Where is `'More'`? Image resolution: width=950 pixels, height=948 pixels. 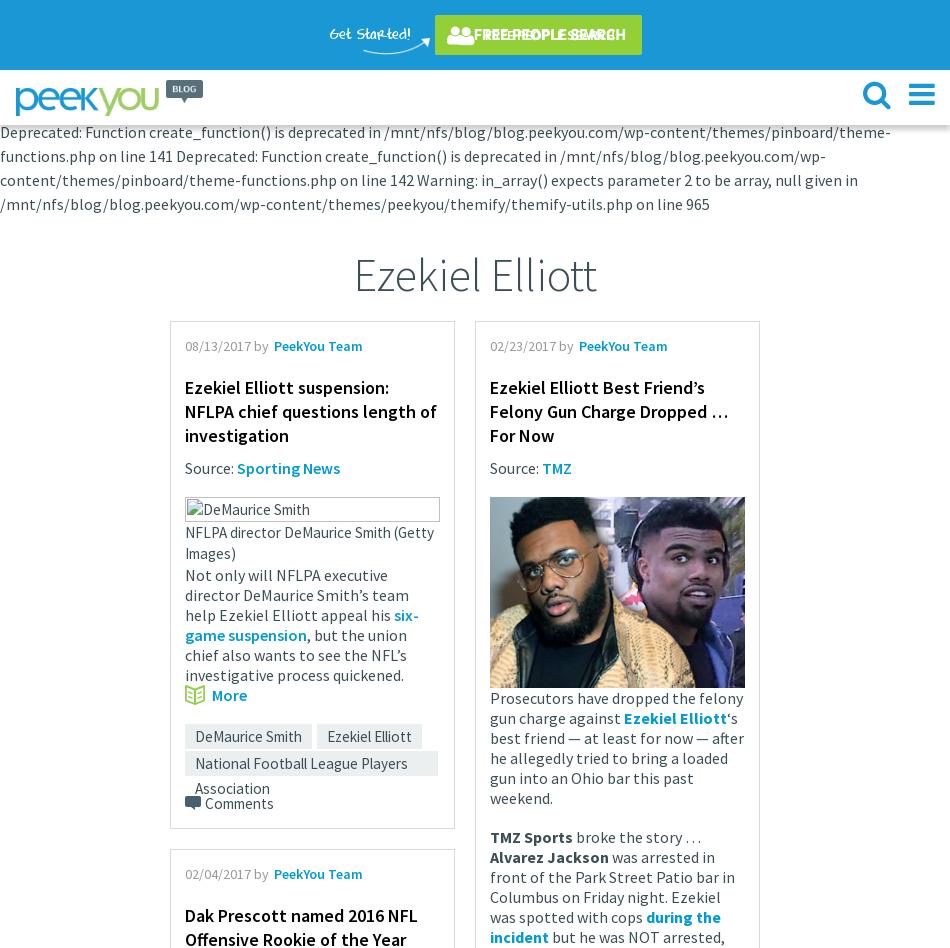
'More' is located at coordinates (229, 693).